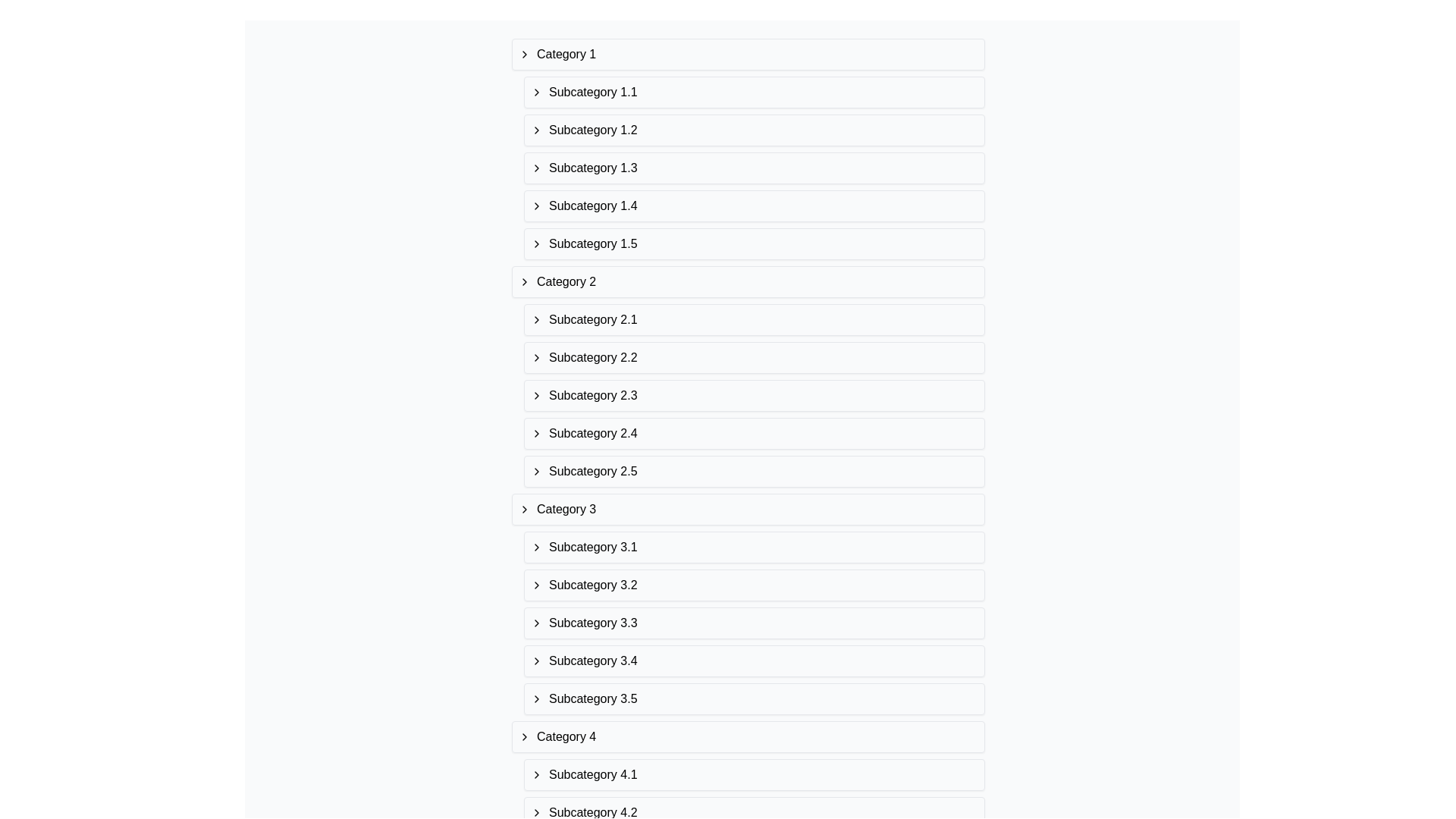 The width and height of the screenshot is (1456, 819). Describe the element at coordinates (537, 357) in the screenshot. I see `the icon located to the left of the text 'Subcategory 2.2'` at that location.